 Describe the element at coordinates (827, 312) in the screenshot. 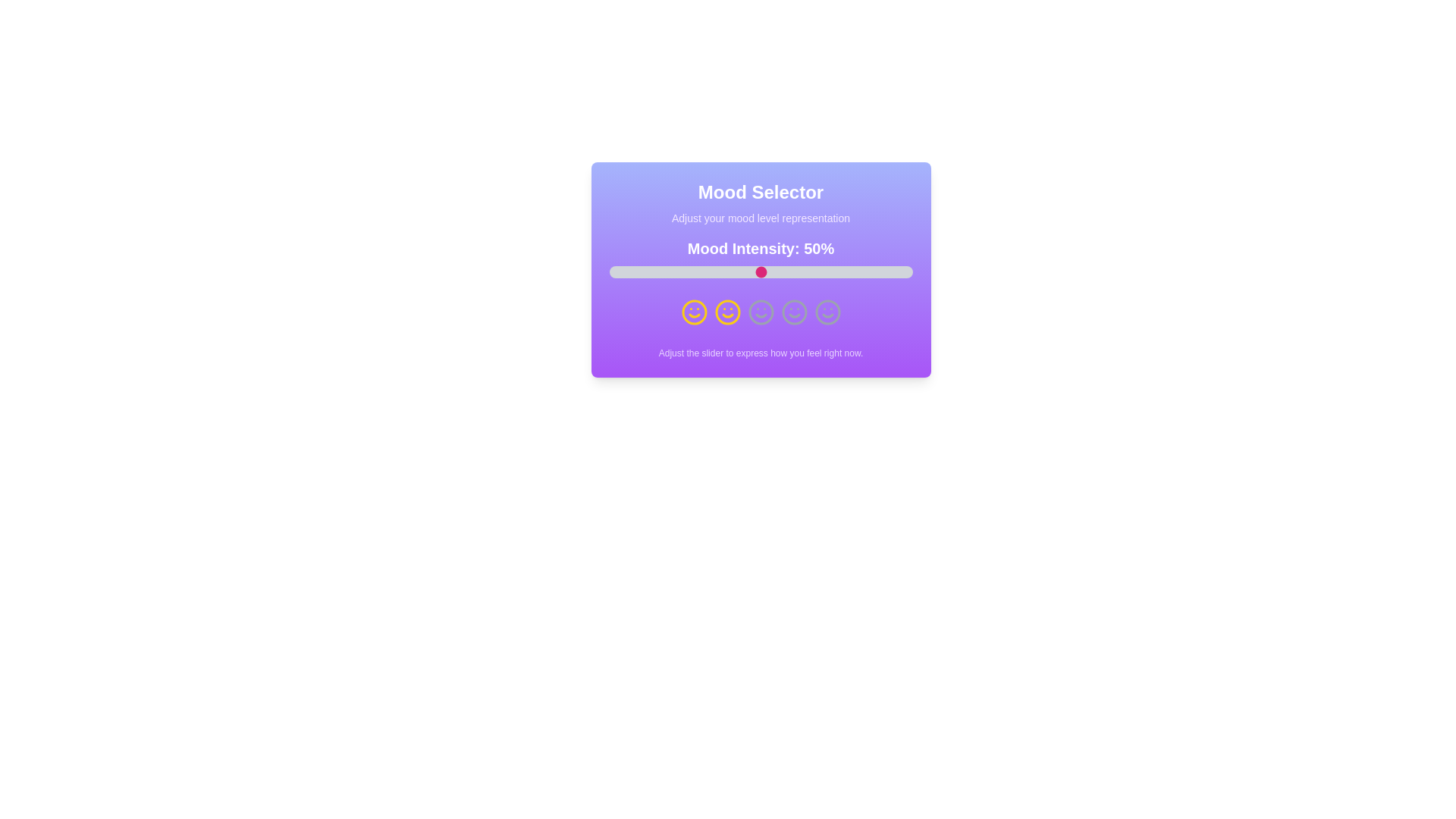

I see `the smiley icon representing very happy mood` at that location.